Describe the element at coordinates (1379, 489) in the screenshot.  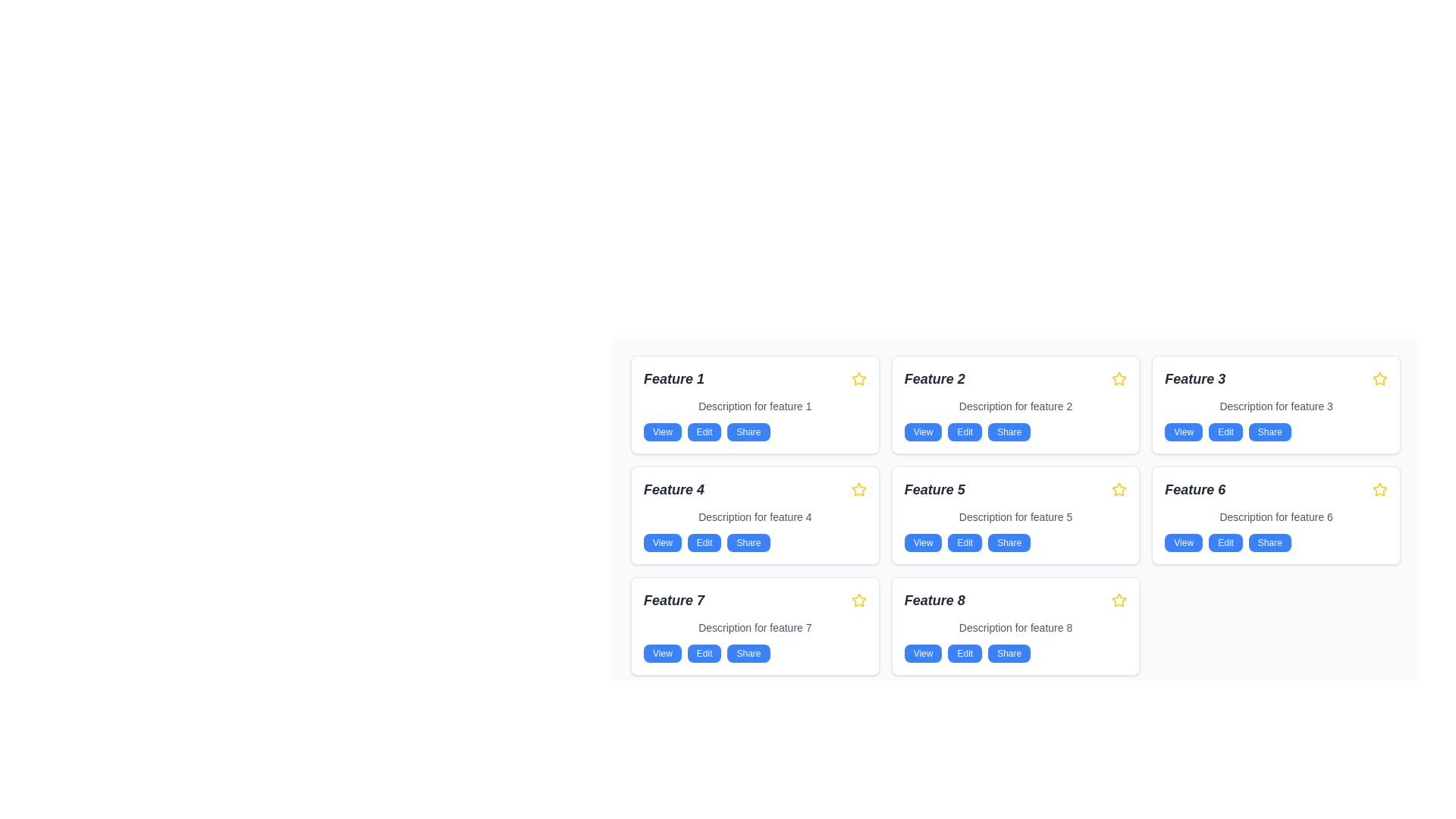
I see `the star icon located in the top right corner of the card labeled 'Feature 6'` at that location.